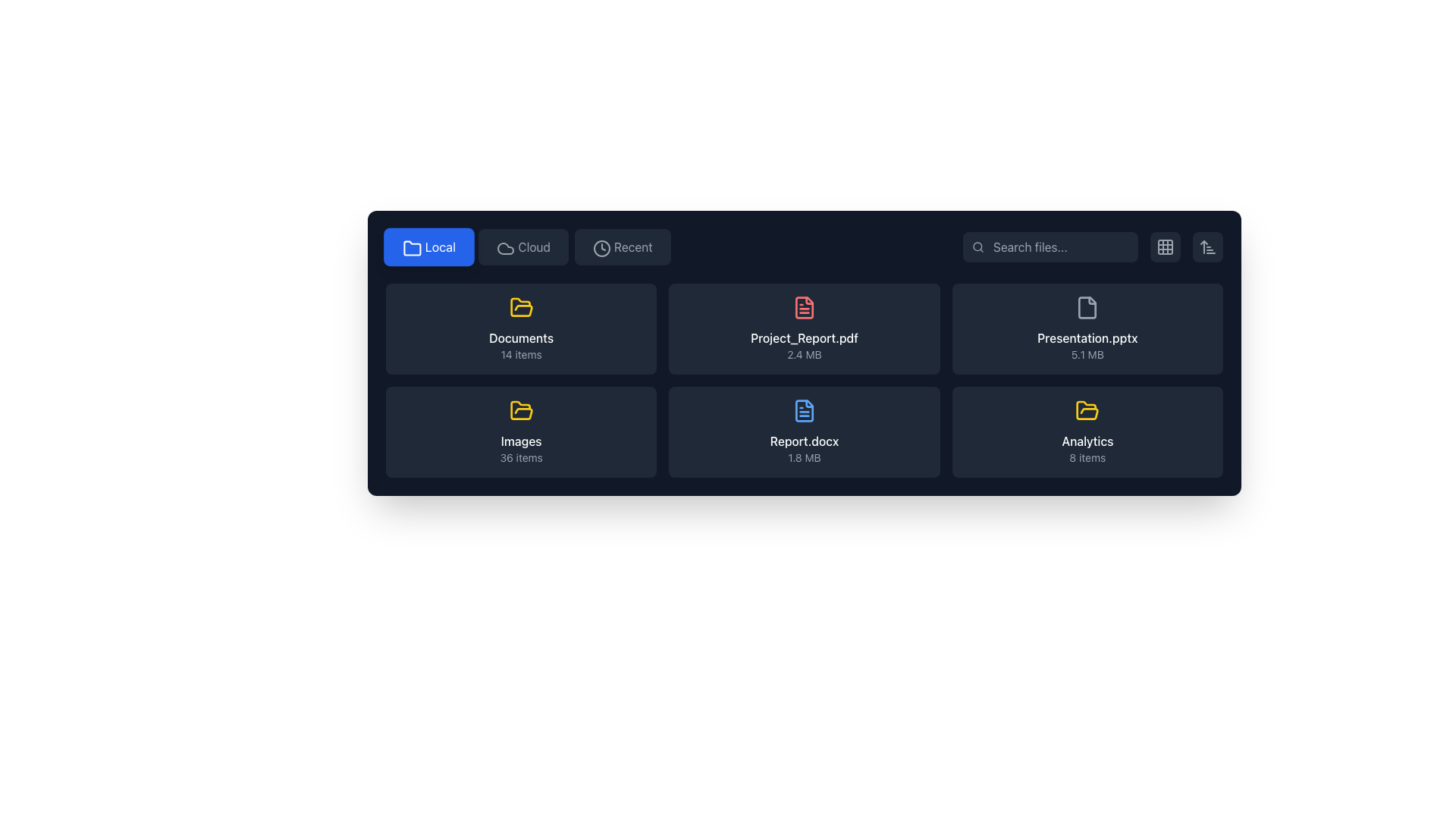 The image size is (1456, 819). Describe the element at coordinates (978, 246) in the screenshot. I see `the search icon represented by a magnifying glass graphic, located at the top right of the interface within the search bar` at that location.